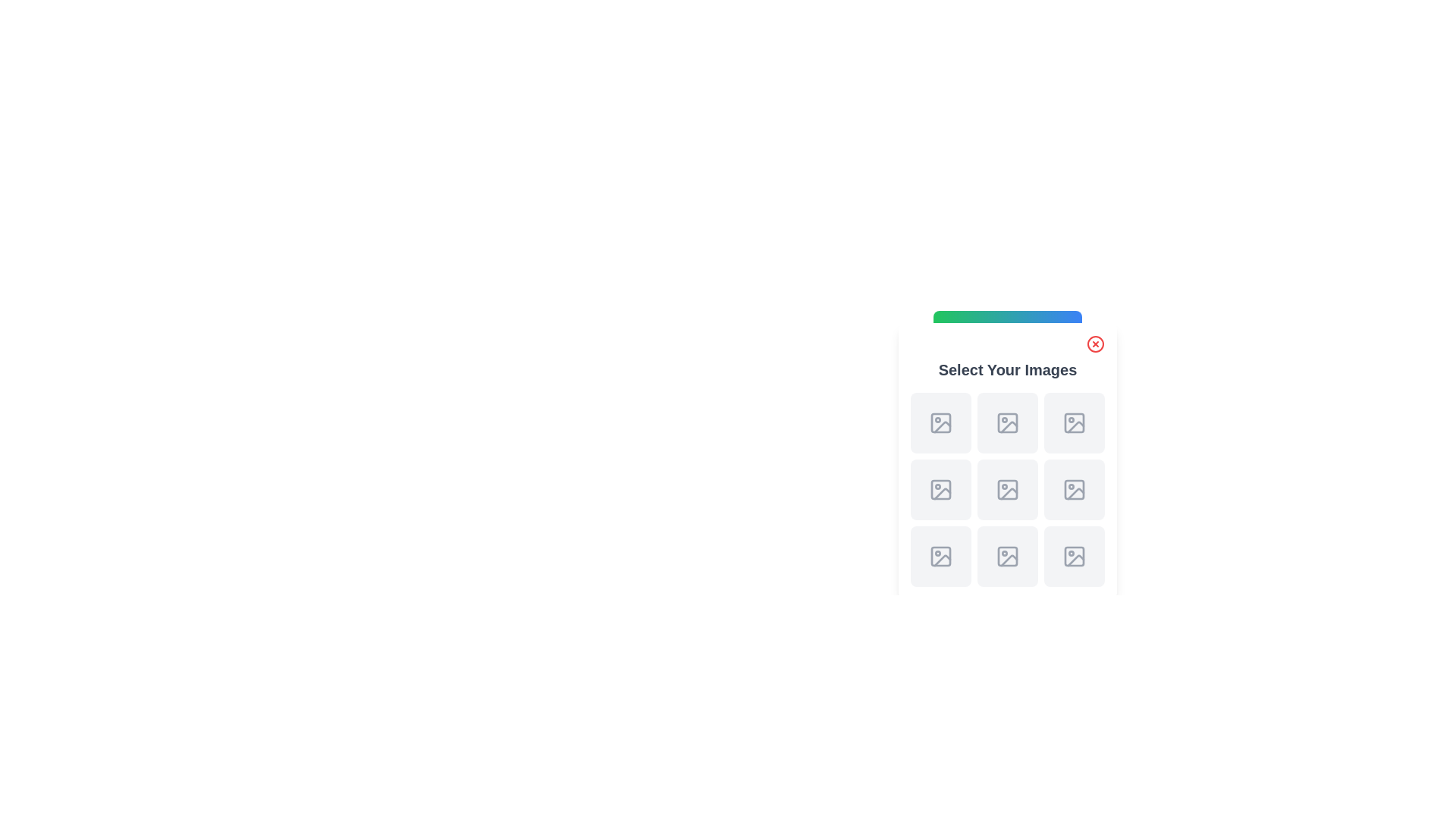 The height and width of the screenshot is (819, 1456). I want to click on the grid tile in the 'Select Your Images' modal, so click(1008, 489).